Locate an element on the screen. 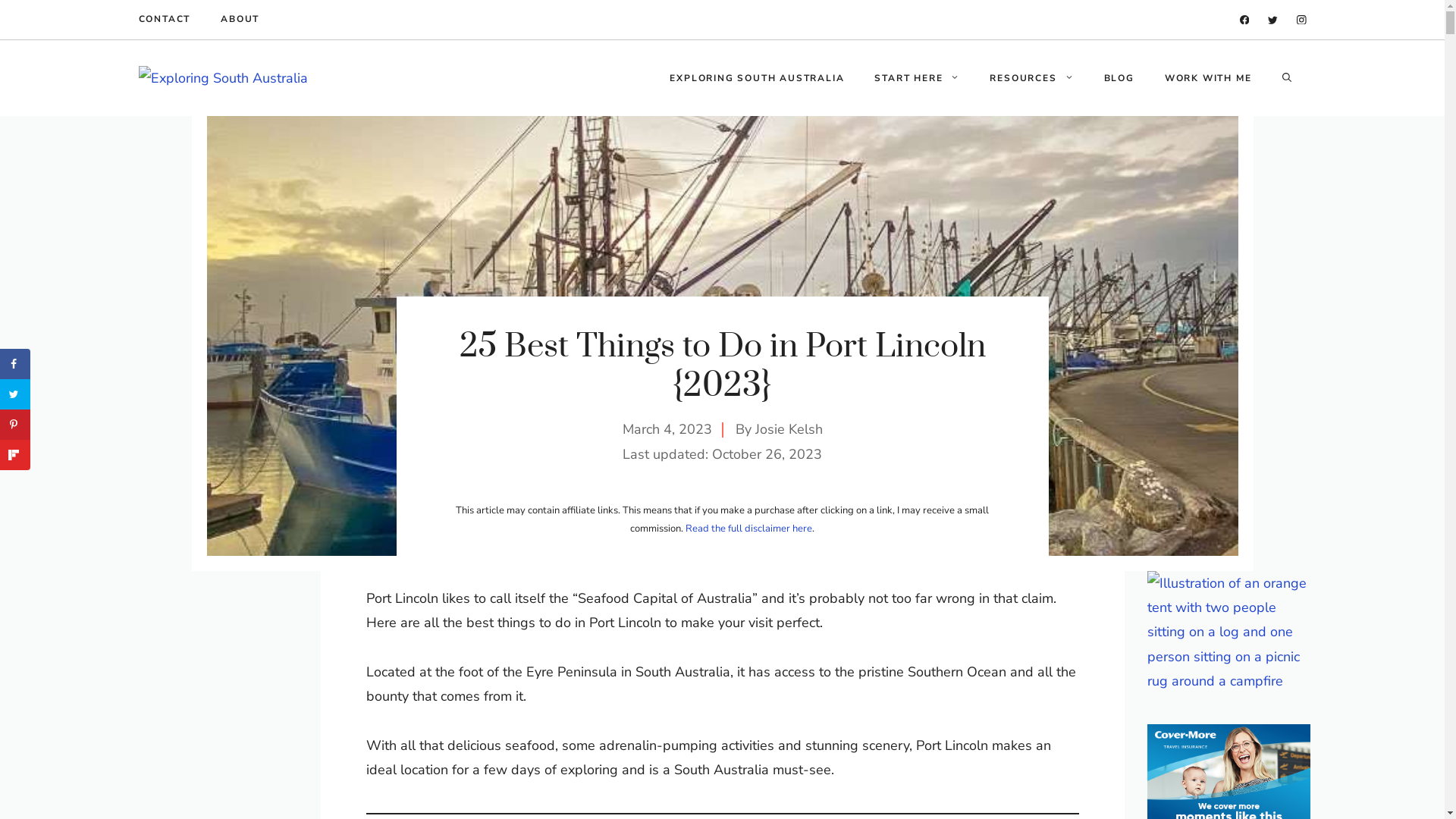  'Share on Flipboard' is located at coordinates (14, 454).